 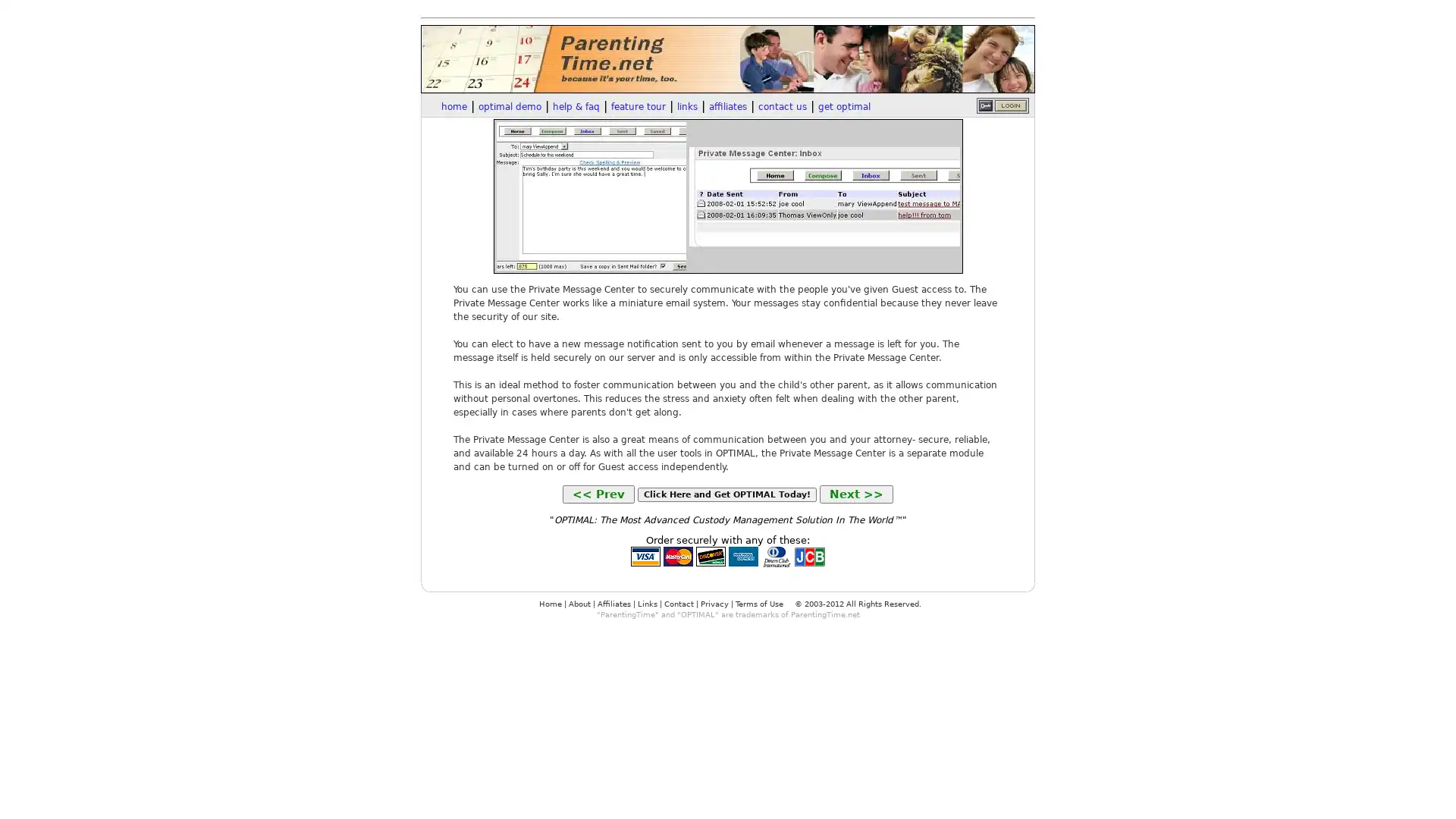 I want to click on Next >>, so click(x=856, y=494).